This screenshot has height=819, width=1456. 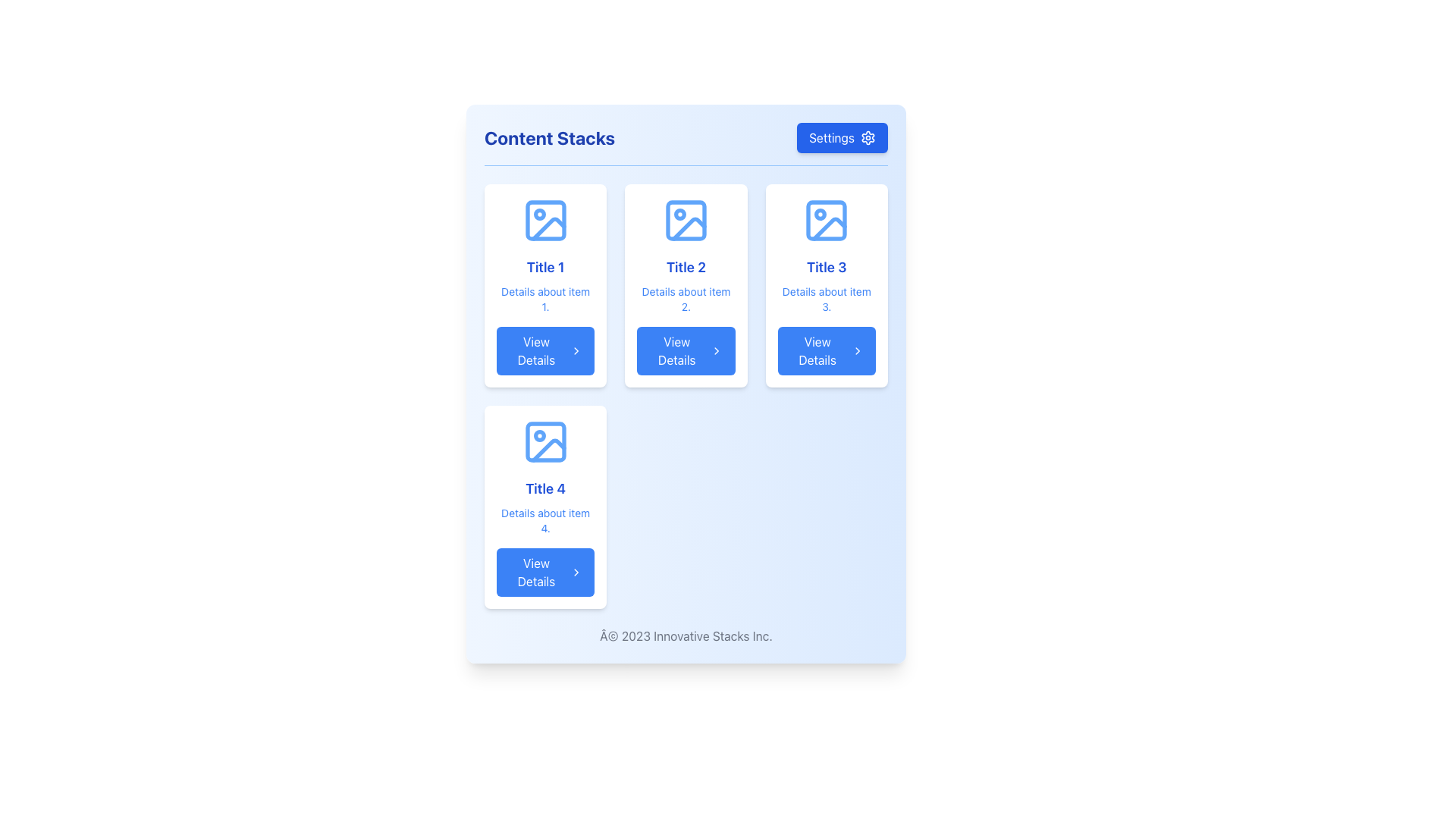 What do you see at coordinates (685, 299) in the screenshot?
I see `the static text label displaying 'Details about item 2.' which is positioned below the heading 'Title 2' and above the button labeled 'View Details.'` at bounding box center [685, 299].